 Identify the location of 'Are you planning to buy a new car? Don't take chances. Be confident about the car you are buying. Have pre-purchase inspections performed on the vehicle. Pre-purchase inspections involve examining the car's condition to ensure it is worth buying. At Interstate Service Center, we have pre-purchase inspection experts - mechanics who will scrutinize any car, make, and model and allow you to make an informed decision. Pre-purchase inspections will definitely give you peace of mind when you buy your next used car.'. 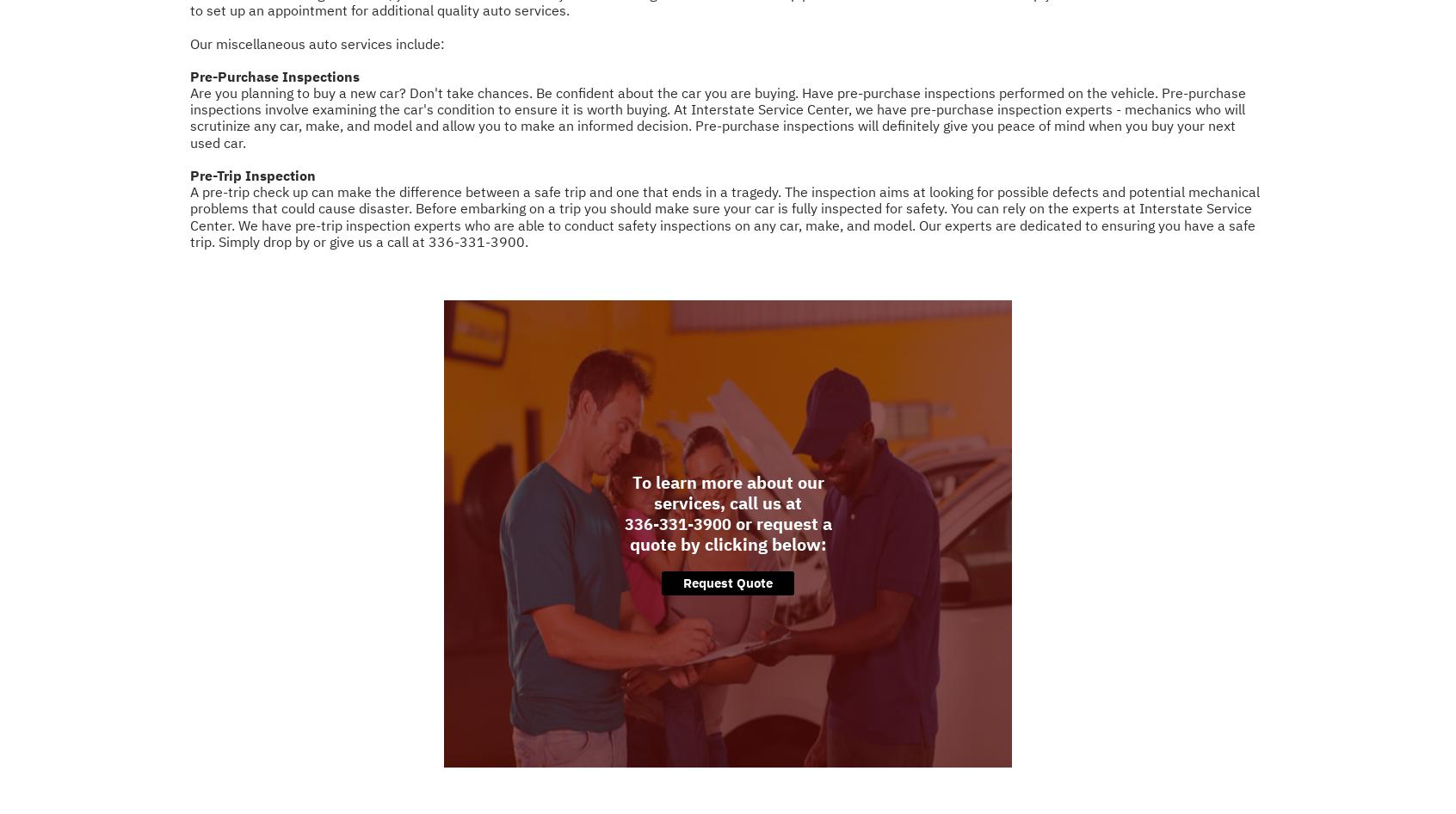
(718, 116).